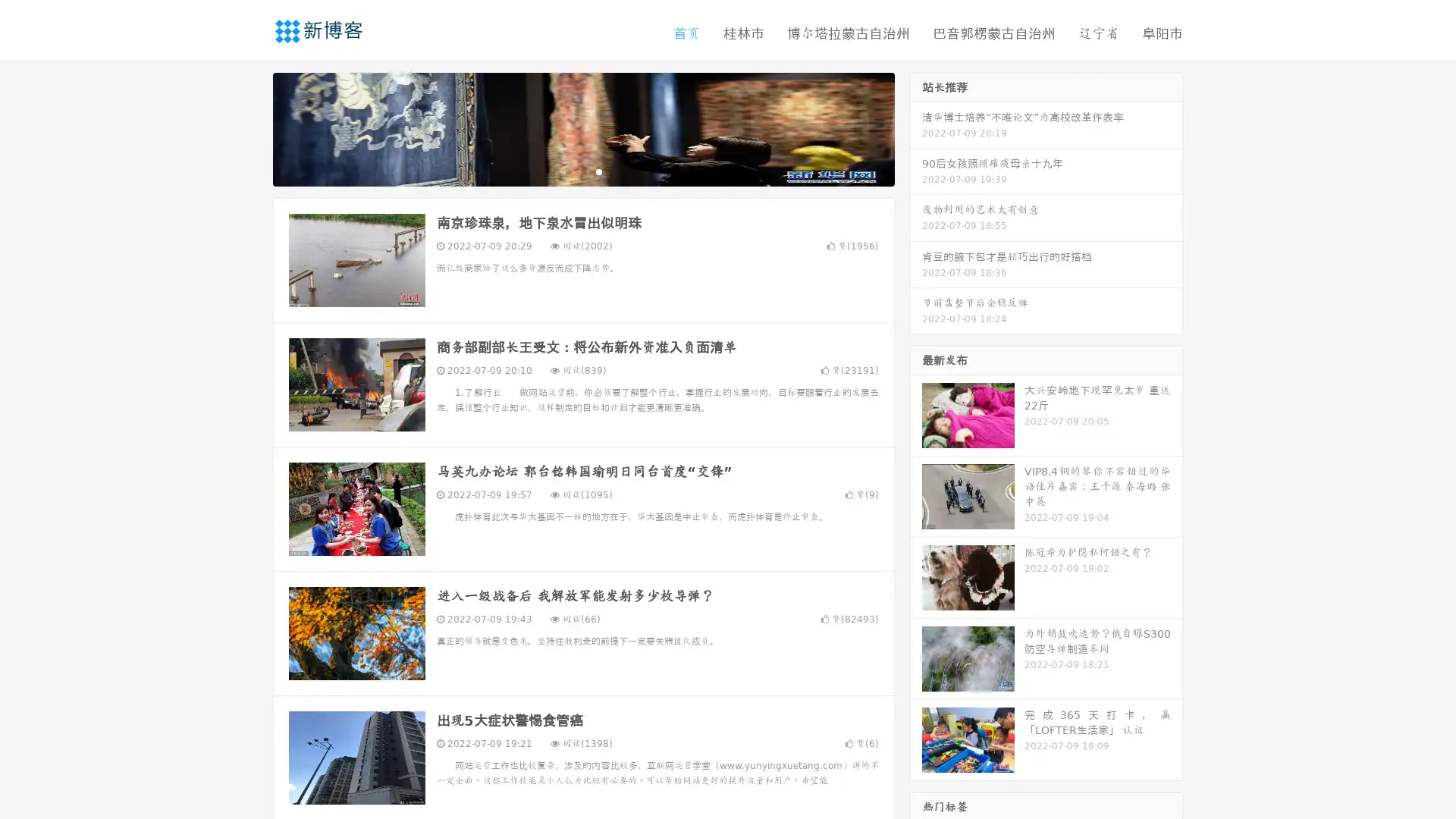  Describe the element at coordinates (916, 127) in the screenshot. I see `Next slide` at that location.